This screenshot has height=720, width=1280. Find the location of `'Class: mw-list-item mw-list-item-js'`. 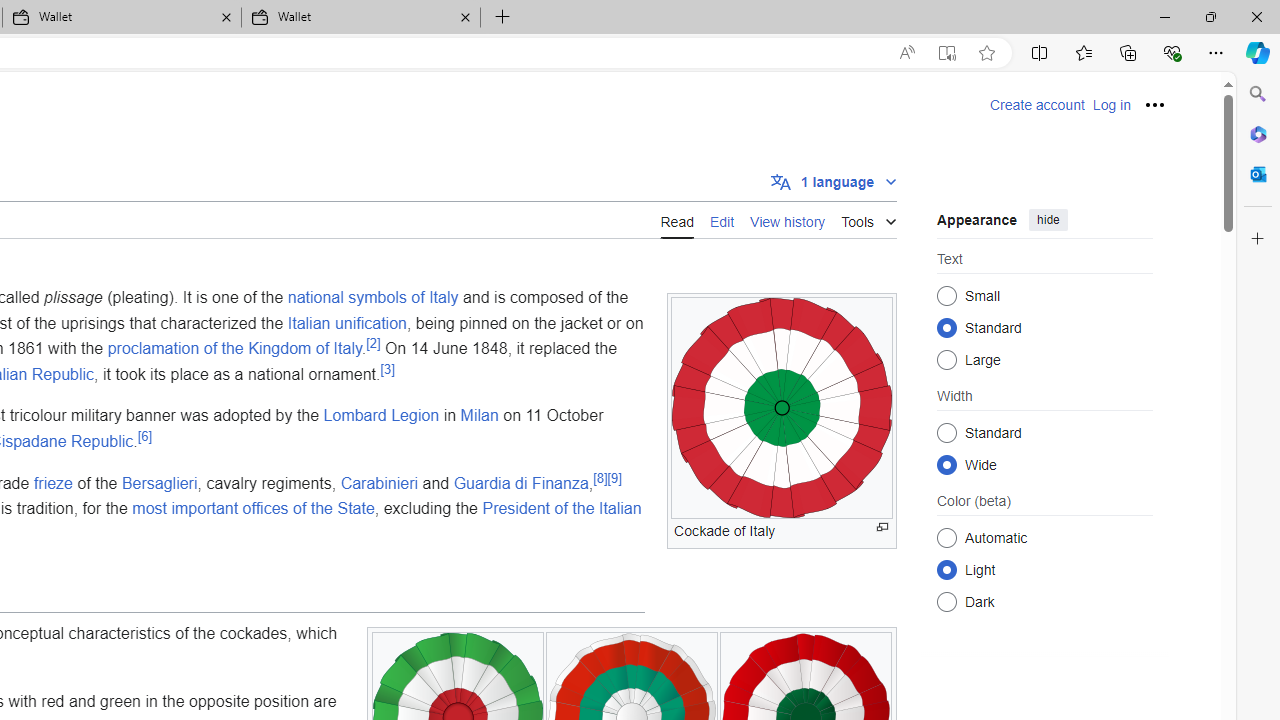

'Class: mw-list-item mw-list-item-js' is located at coordinates (1044, 569).